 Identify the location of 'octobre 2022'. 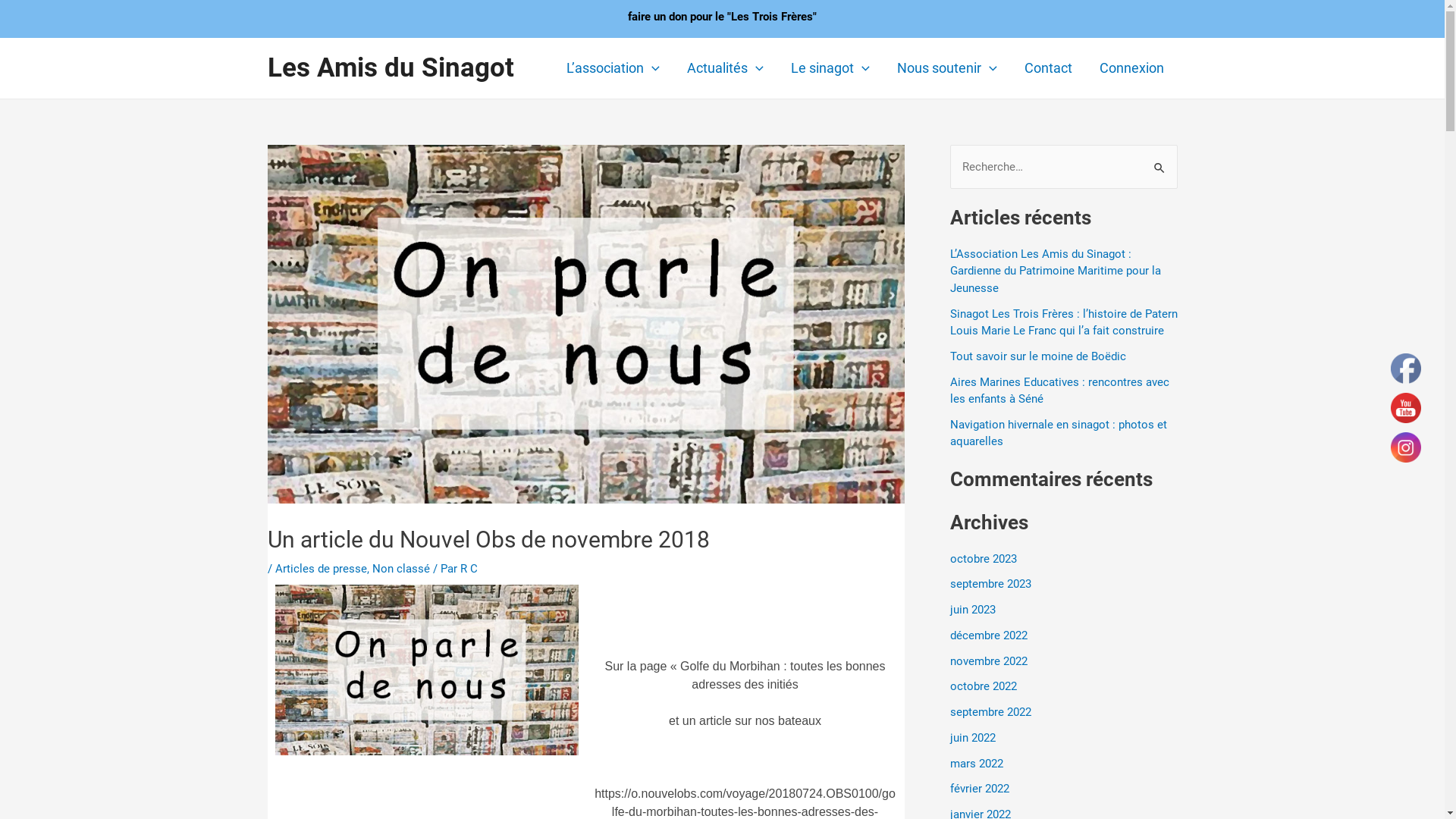
(983, 686).